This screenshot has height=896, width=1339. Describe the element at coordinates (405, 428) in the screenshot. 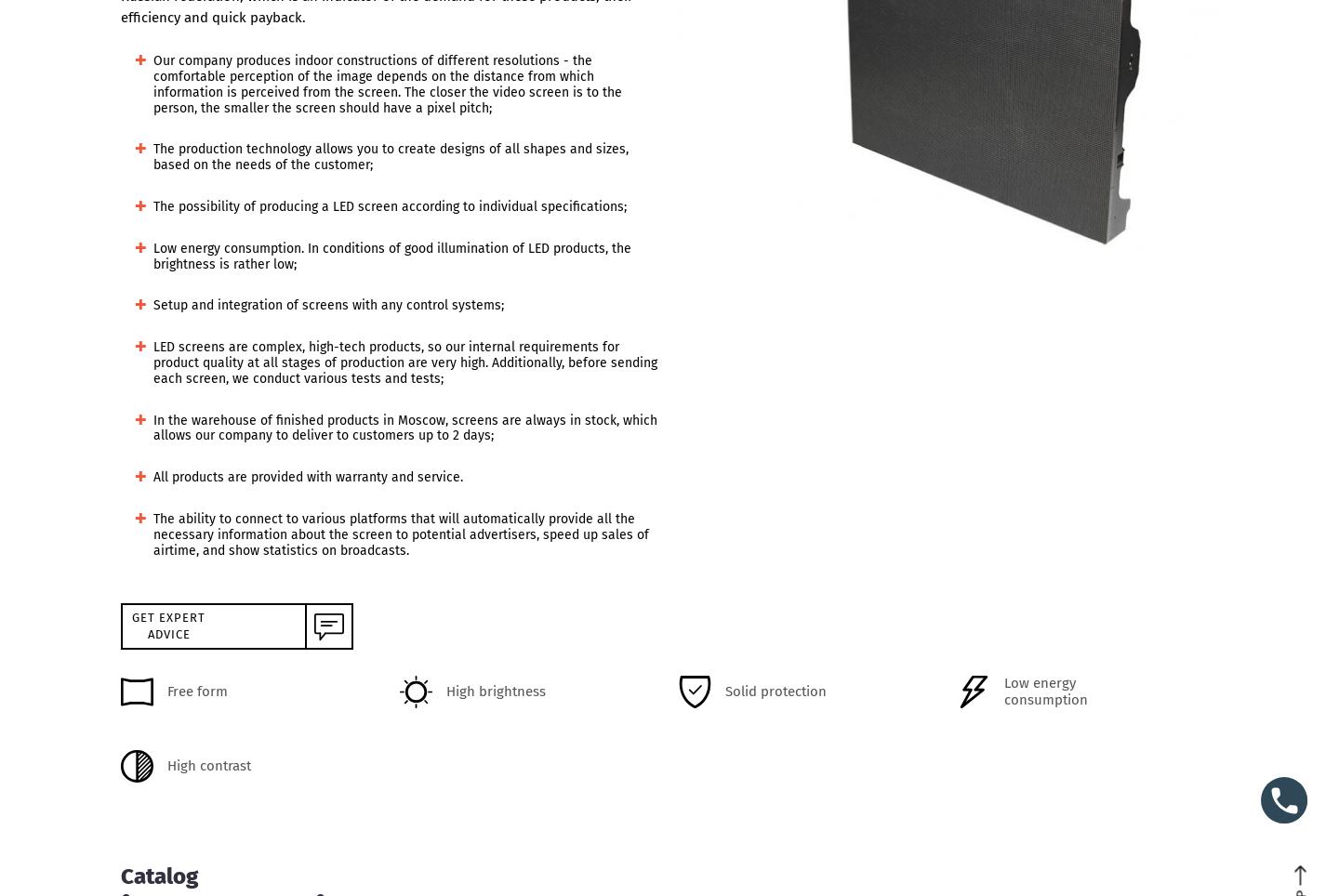

I see `'In the warehouse of finished products in Moscow, screens are always in stock, which allows our company to deliver to customers up to 2 days;'` at that location.